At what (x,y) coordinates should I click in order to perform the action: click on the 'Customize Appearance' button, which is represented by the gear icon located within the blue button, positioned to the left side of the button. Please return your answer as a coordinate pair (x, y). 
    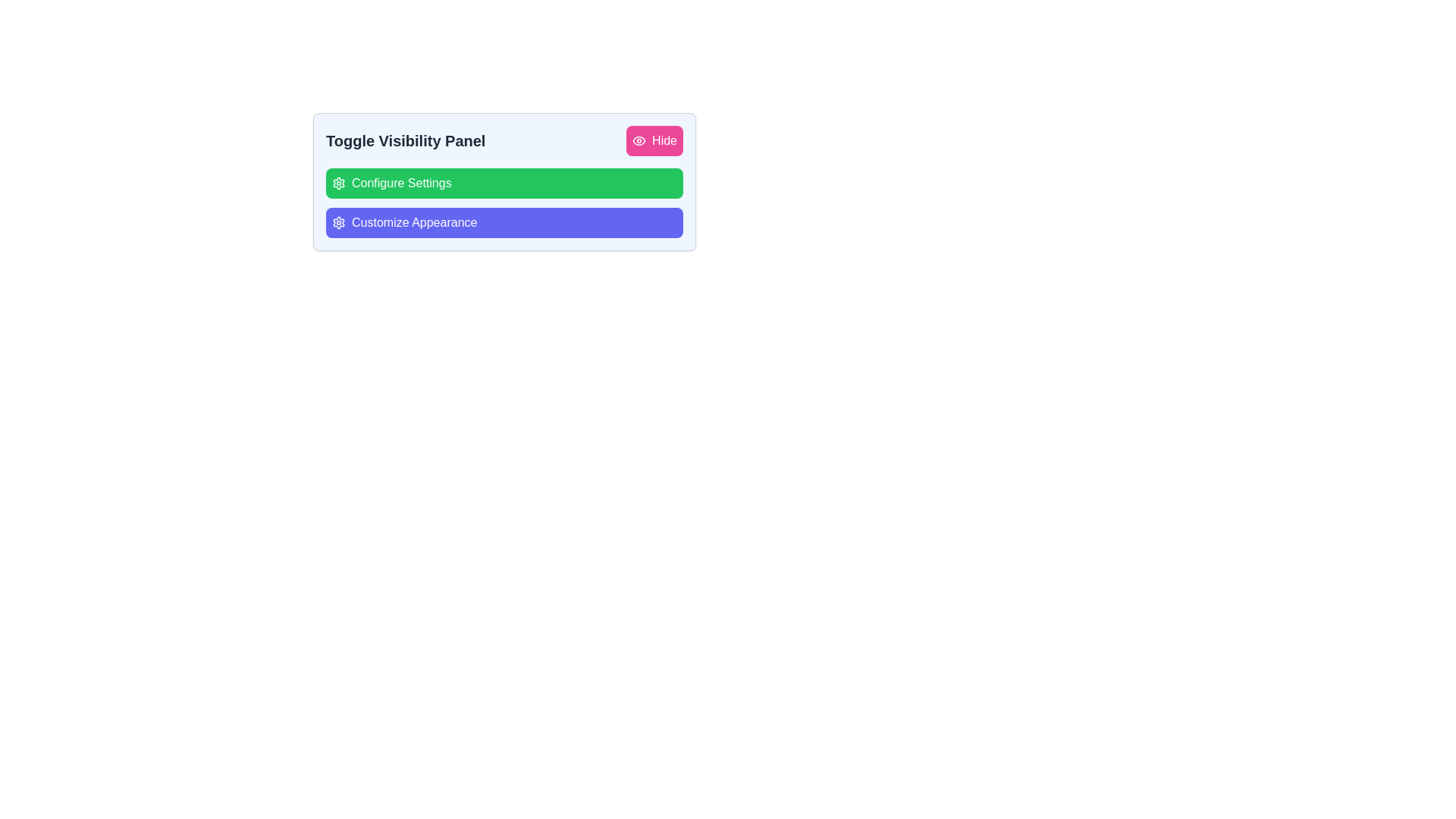
    Looking at the image, I should click on (337, 222).